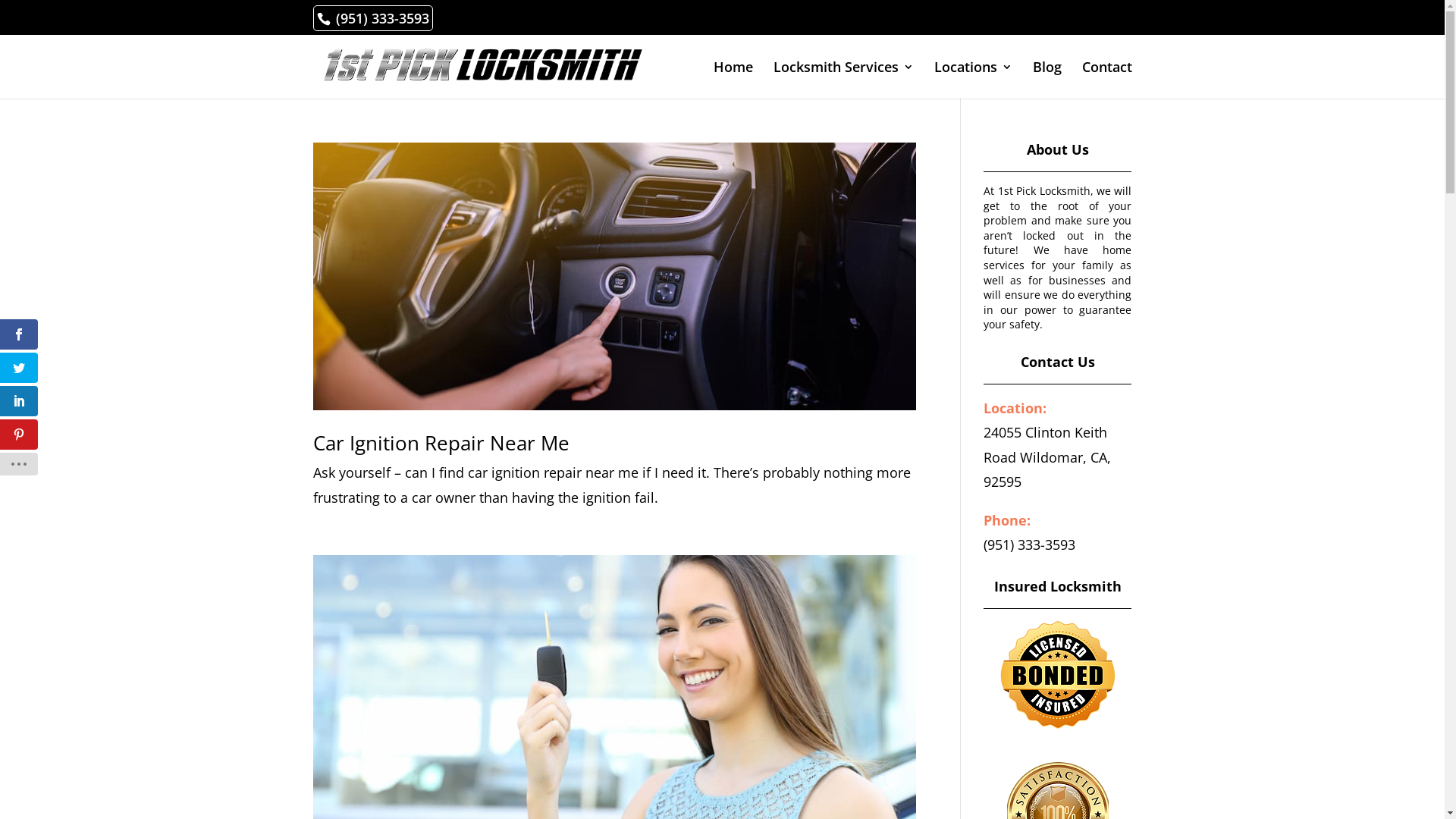 This screenshot has height=819, width=1456. Describe the element at coordinates (973, 80) in the screenshot. I see `'Locations'` at that location.